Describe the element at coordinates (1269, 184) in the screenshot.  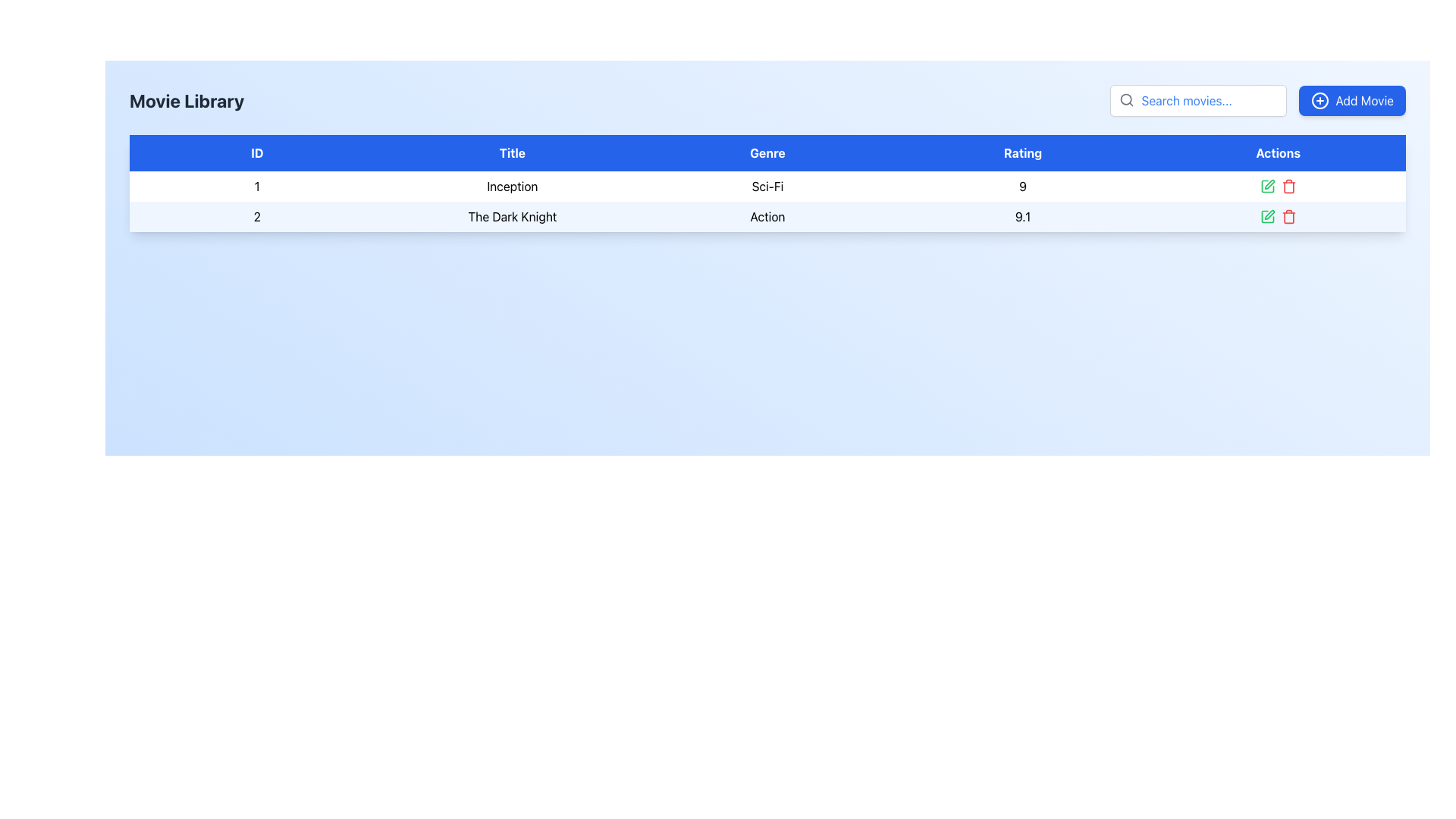
I see `the small green pencil icon in the 'Actions' column of the second table row to initiate editing` at that location.